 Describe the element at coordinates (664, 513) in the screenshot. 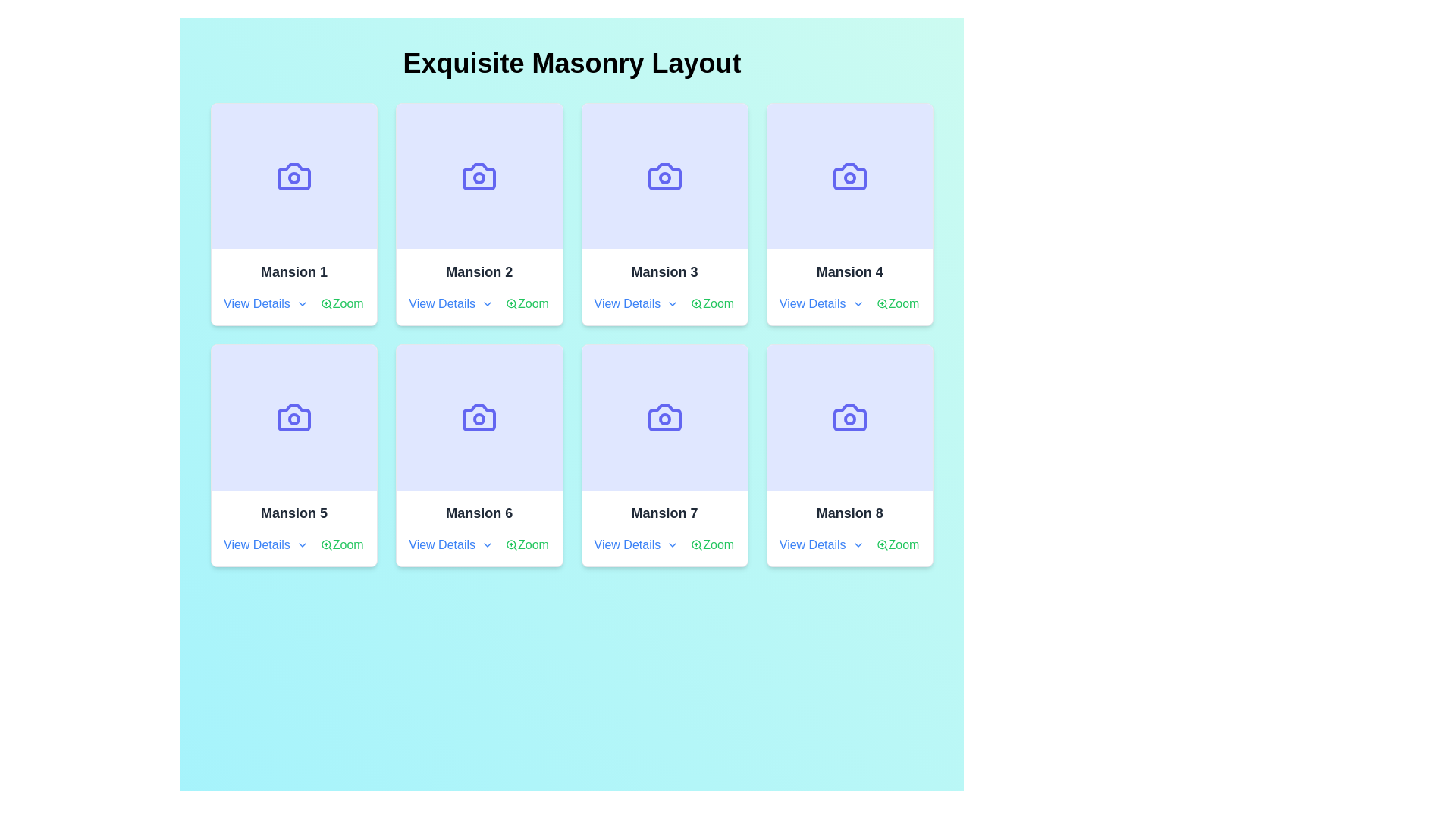

I see `text label 'Mansion 7' which is styled in bold, large font and located in the seventh card of a masonry layout, positioned below a camera icon and above the interactive links 'View Details' and 'Zoom'` at that location.